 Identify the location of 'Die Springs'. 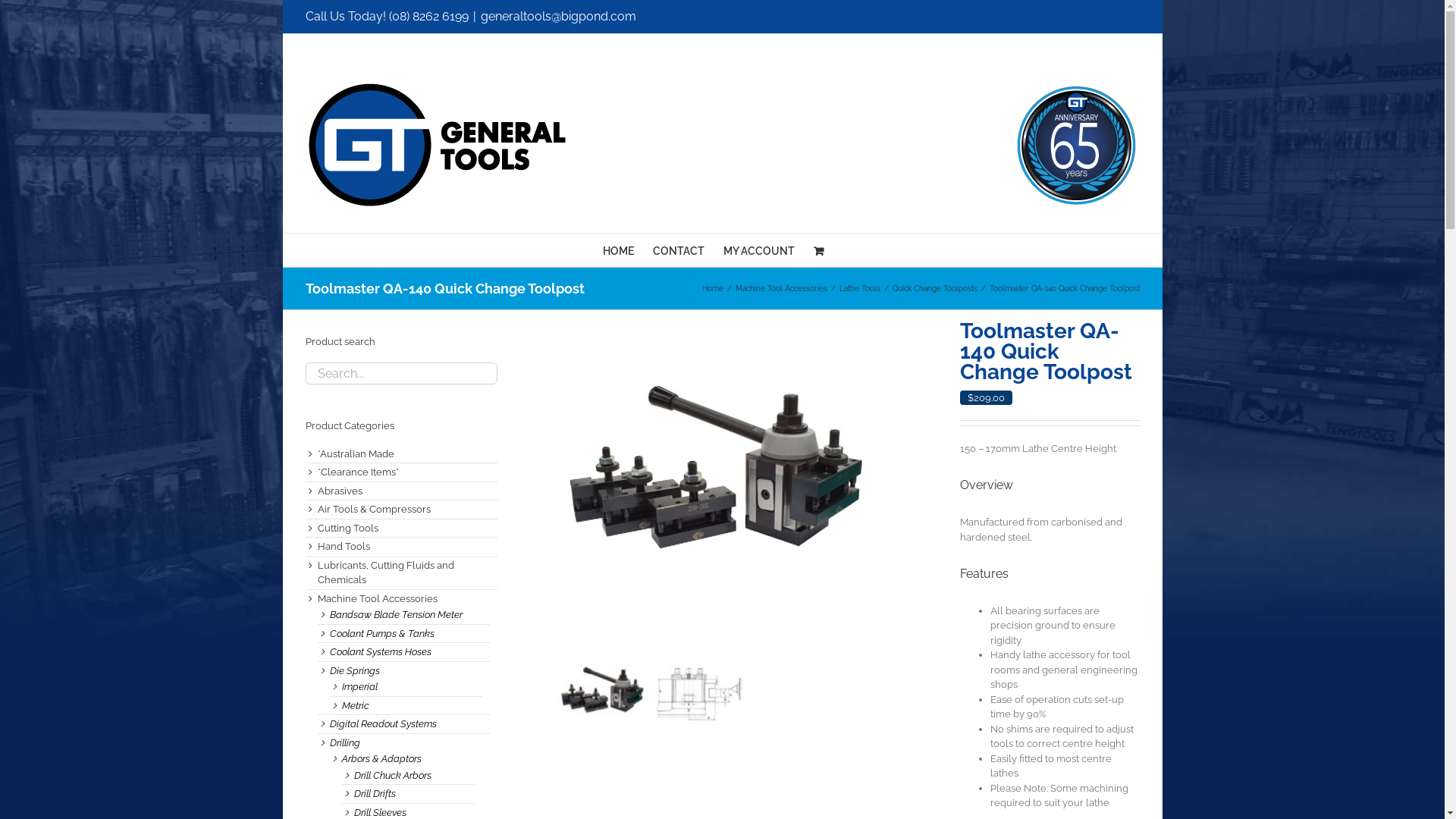
(353, 670).